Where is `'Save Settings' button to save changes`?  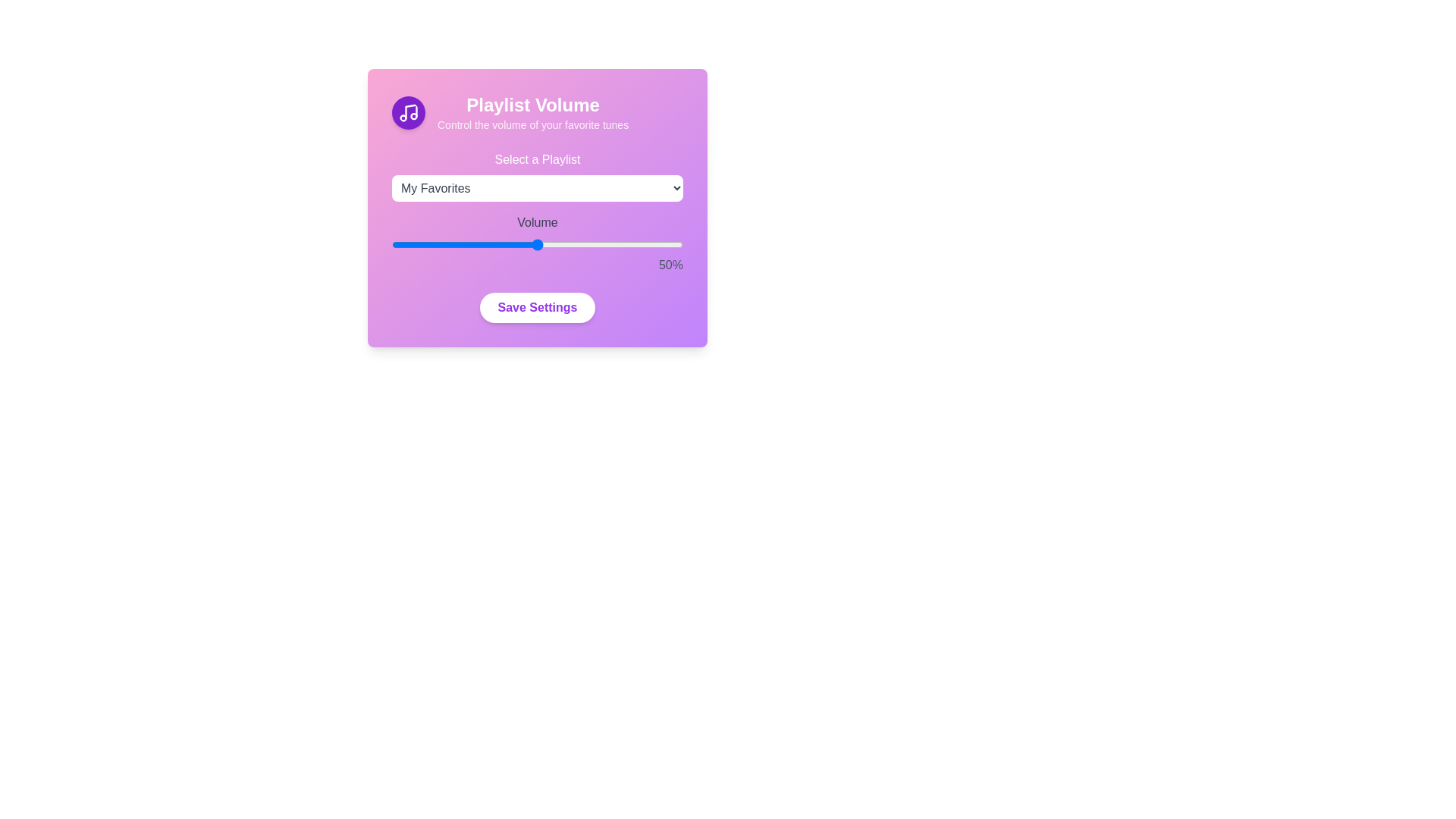 'Save Settings' button to save changes is located at coordinates (538, 307).